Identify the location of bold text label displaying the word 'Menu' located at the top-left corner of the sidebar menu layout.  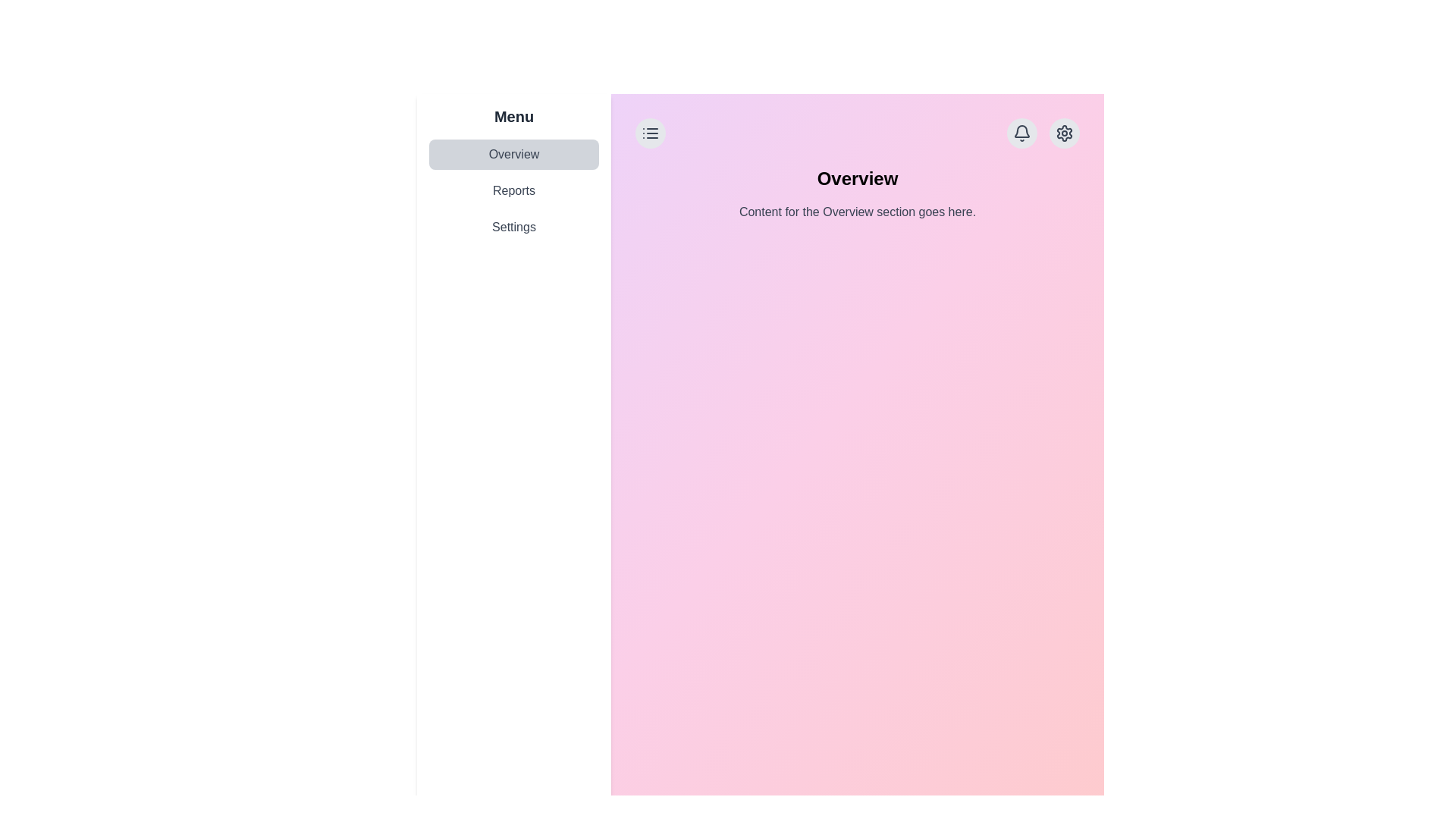
(513, 116).